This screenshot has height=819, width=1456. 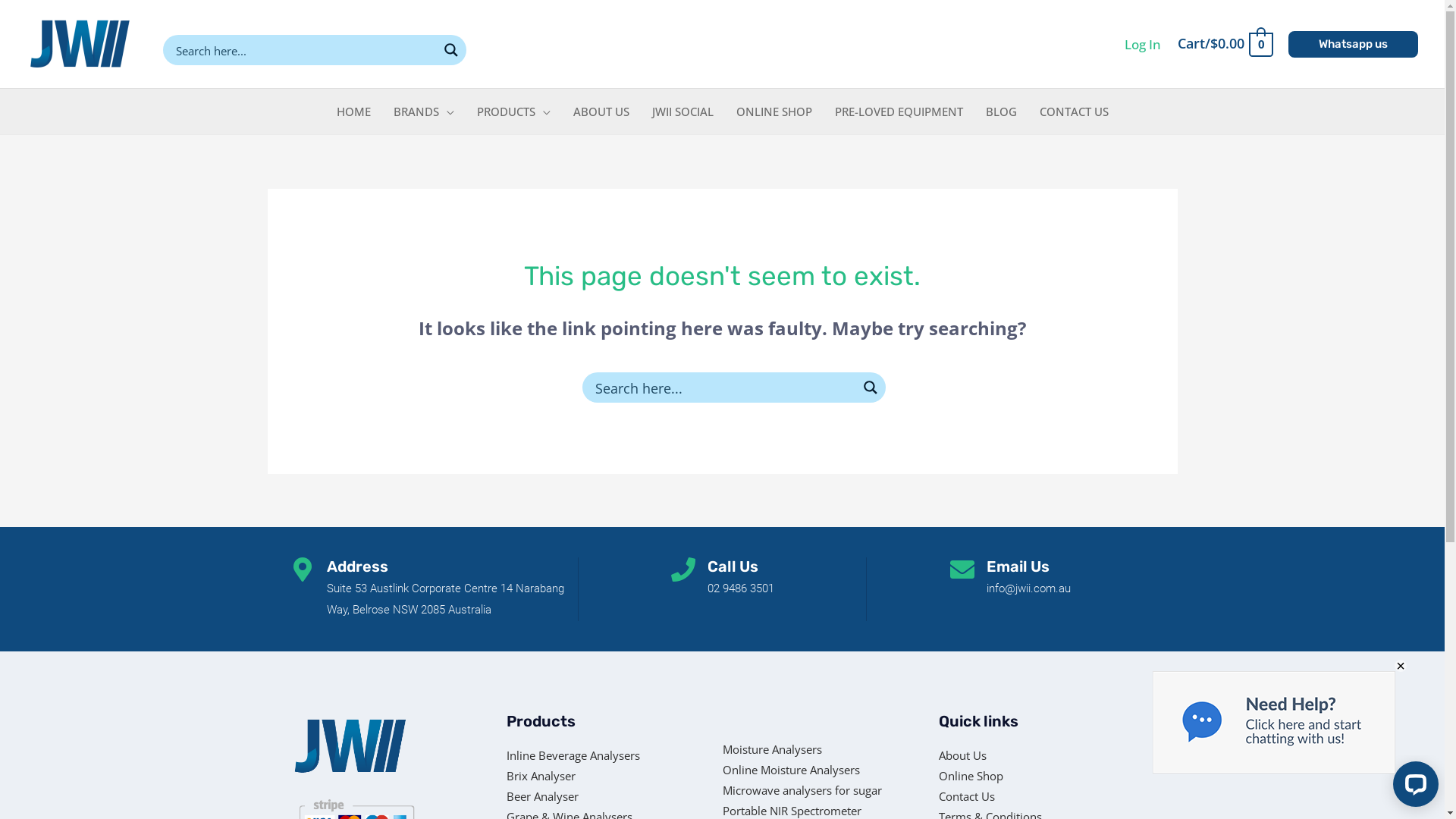 I want to click on 'Moisture Analysers', so click(x=720, y=748).